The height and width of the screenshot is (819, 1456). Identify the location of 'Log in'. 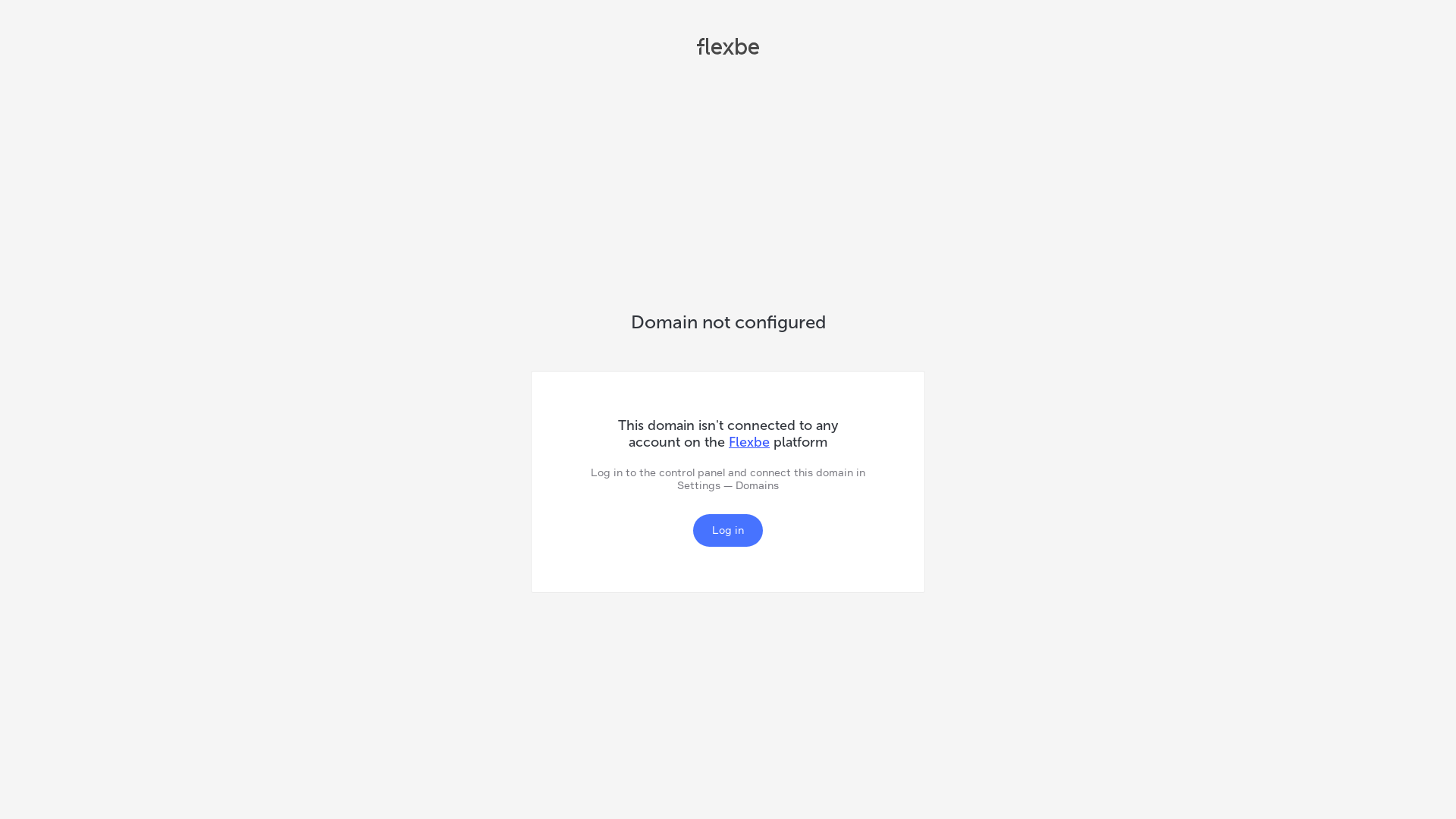
(728, 529).